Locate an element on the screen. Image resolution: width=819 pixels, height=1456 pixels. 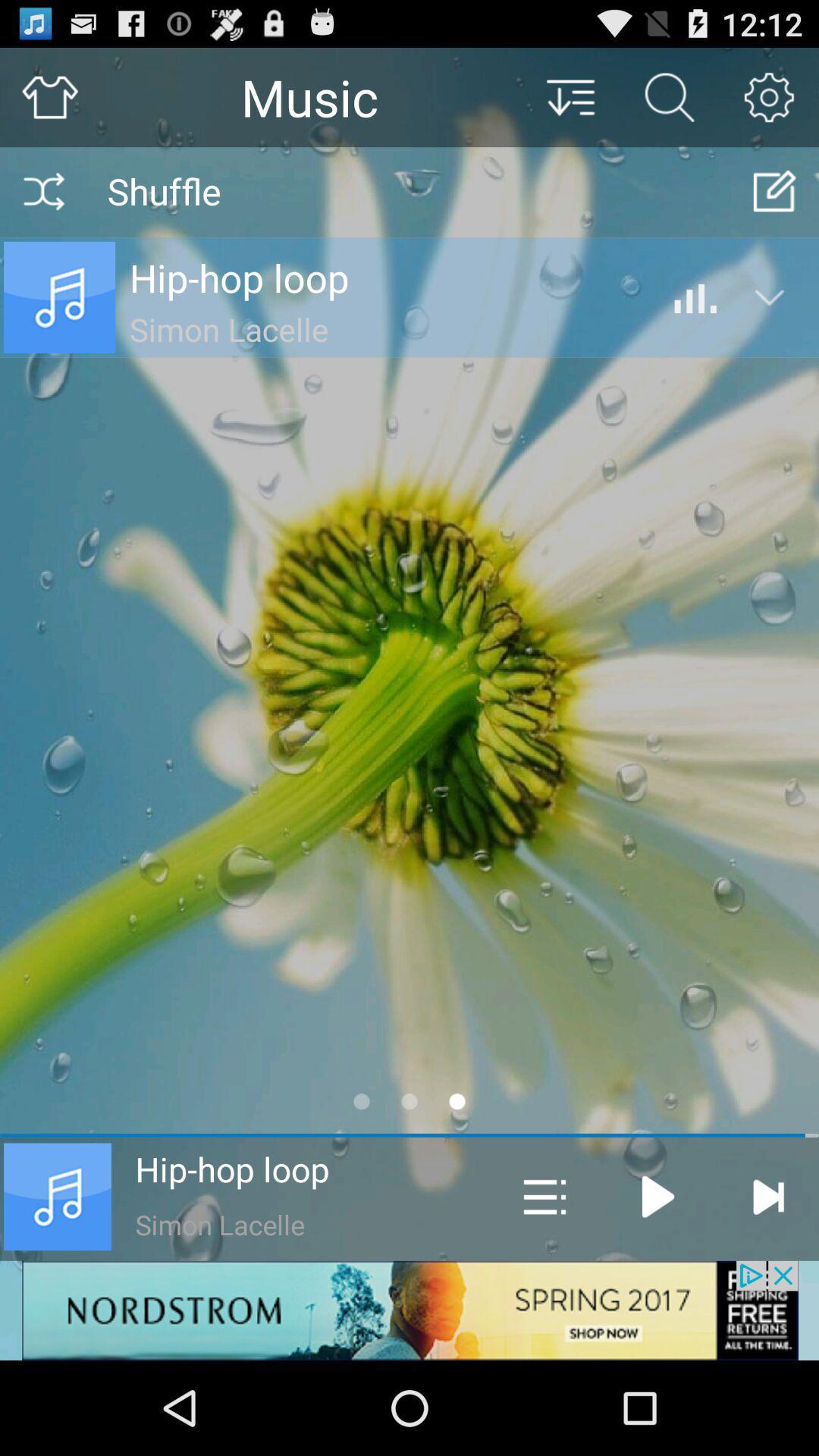
the edit icon is located at coordinates (775, 203).